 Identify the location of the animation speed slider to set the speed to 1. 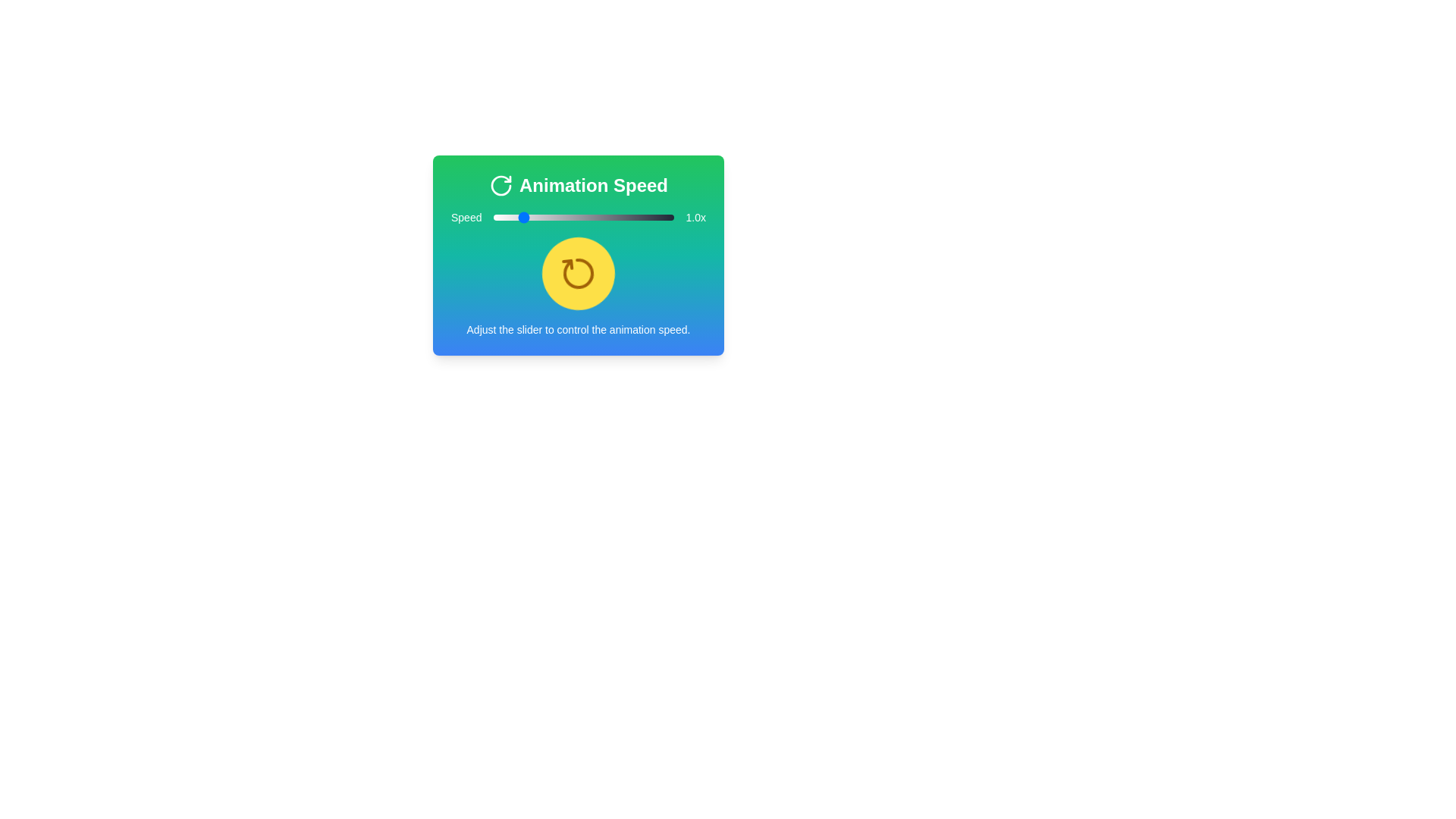
(519, 217).